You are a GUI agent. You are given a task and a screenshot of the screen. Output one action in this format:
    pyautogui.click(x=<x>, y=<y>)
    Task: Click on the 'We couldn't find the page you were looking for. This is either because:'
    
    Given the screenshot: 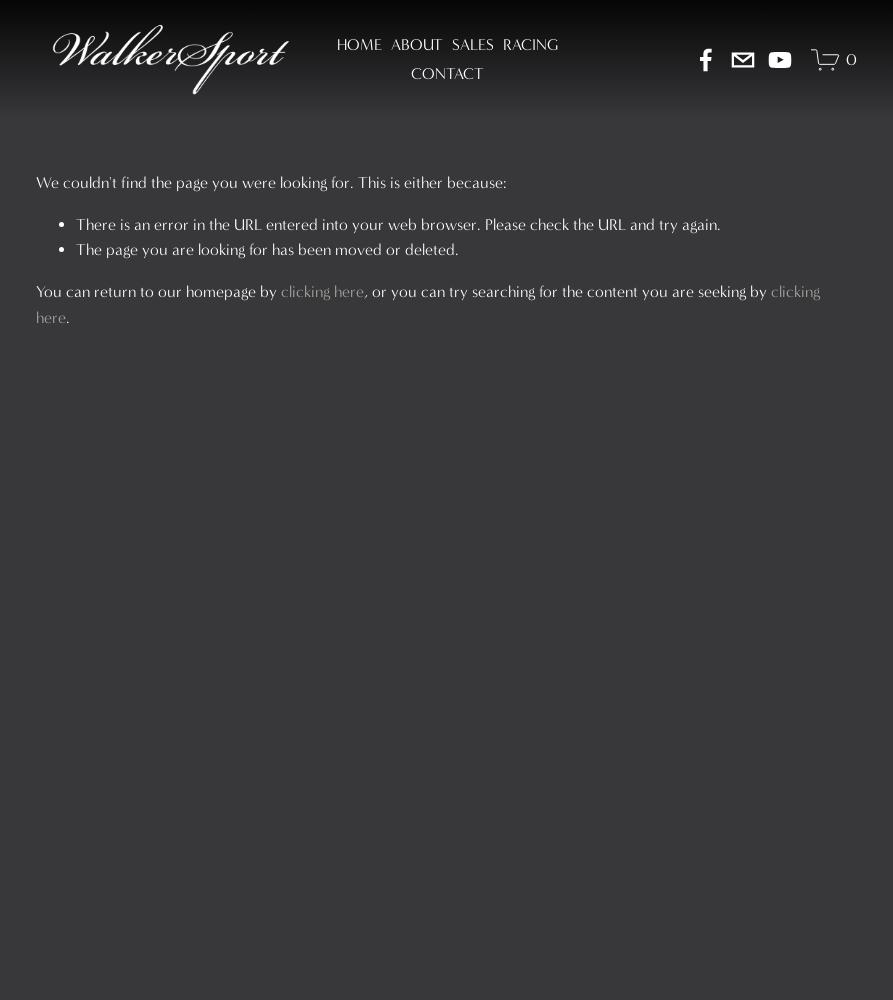 What is the action you would take?
    pyautogui.click(x=269, y=181)
    